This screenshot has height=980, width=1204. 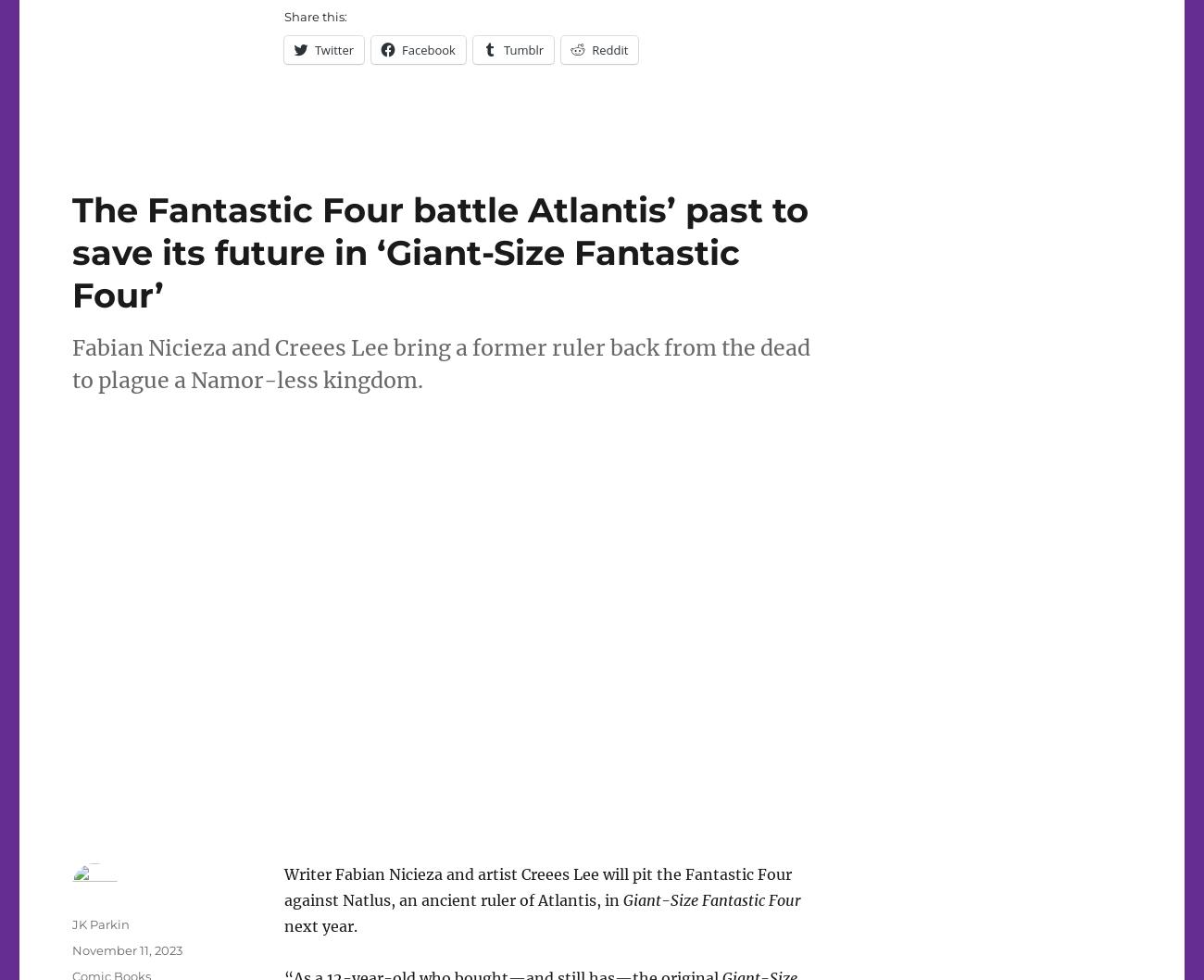 What do you see at coordinates (710, 898) in the screenshot?
I see `'Giant-Size Fantastic Four'` at bounding box center [710, 898].